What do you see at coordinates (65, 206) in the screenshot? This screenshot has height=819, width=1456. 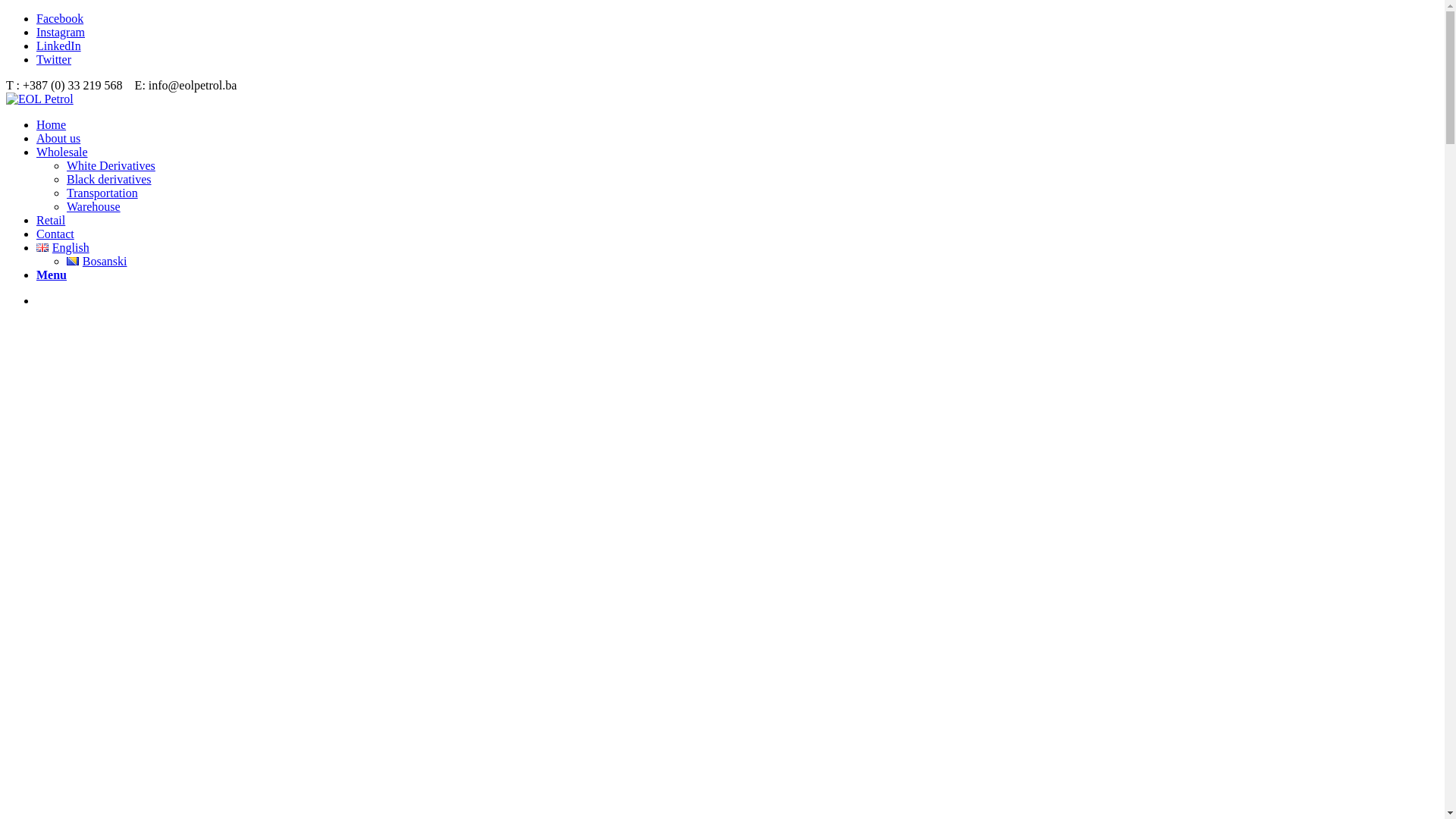 I see `'Warehouse'` at bounding box center [65, 206].